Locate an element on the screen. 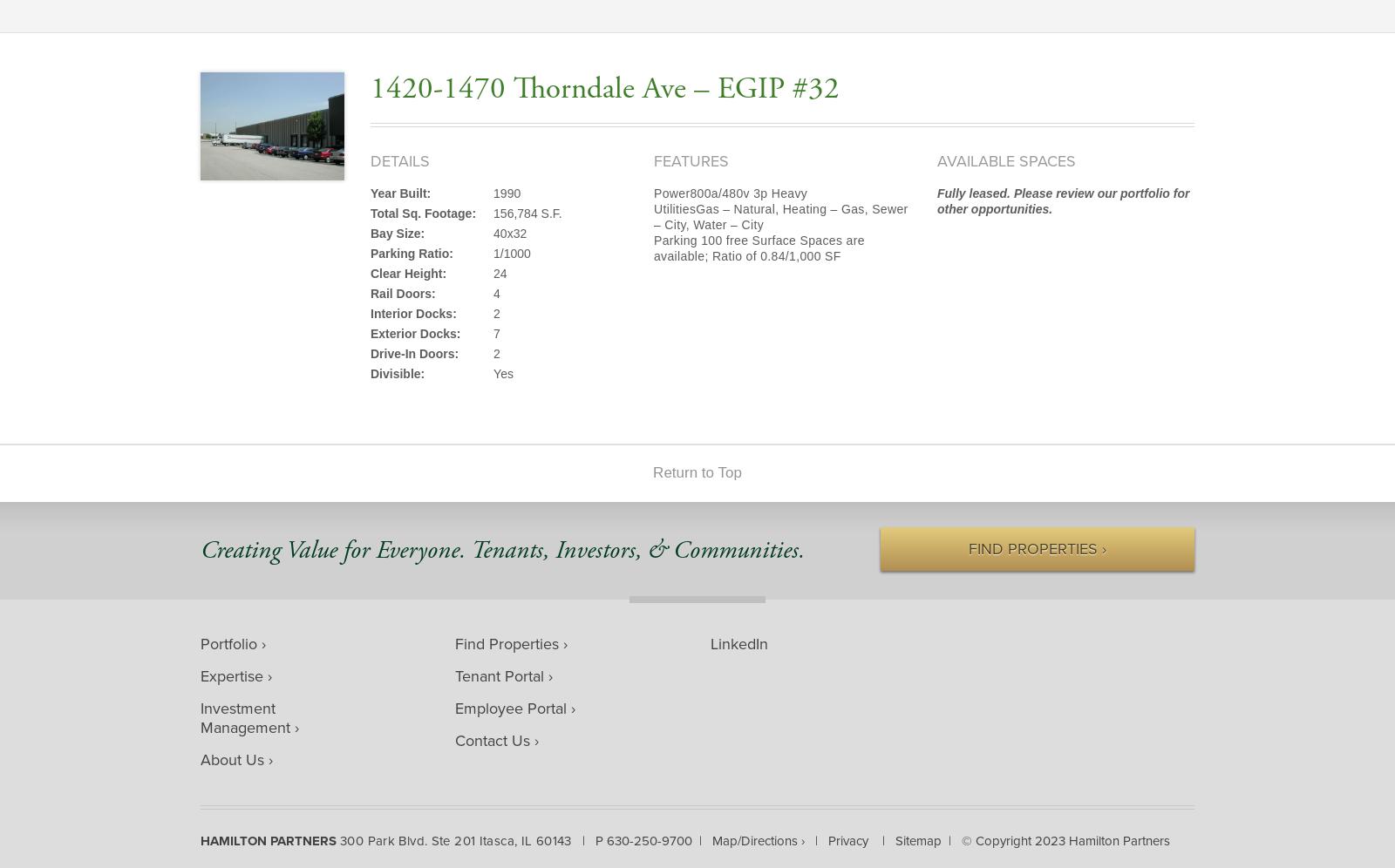 The image size is (1395, 868). '300 Park Blvd. Ste 201 Itasca, IL  60143' is located at coordinates (339, 839).